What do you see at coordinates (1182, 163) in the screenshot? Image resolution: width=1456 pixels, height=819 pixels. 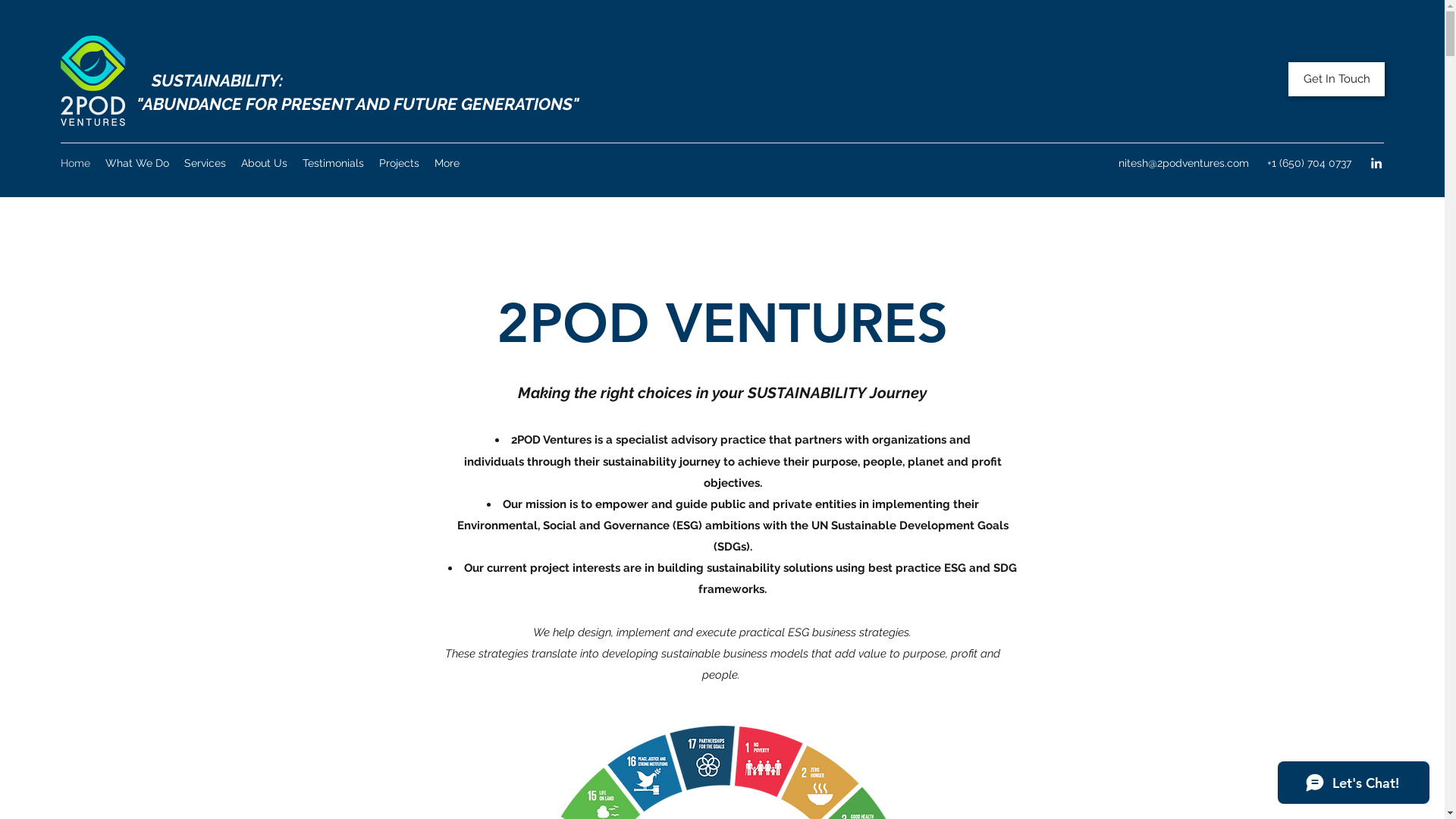 I see `'nitesh@2podventures.com'` at bounding box center [1182, 163].